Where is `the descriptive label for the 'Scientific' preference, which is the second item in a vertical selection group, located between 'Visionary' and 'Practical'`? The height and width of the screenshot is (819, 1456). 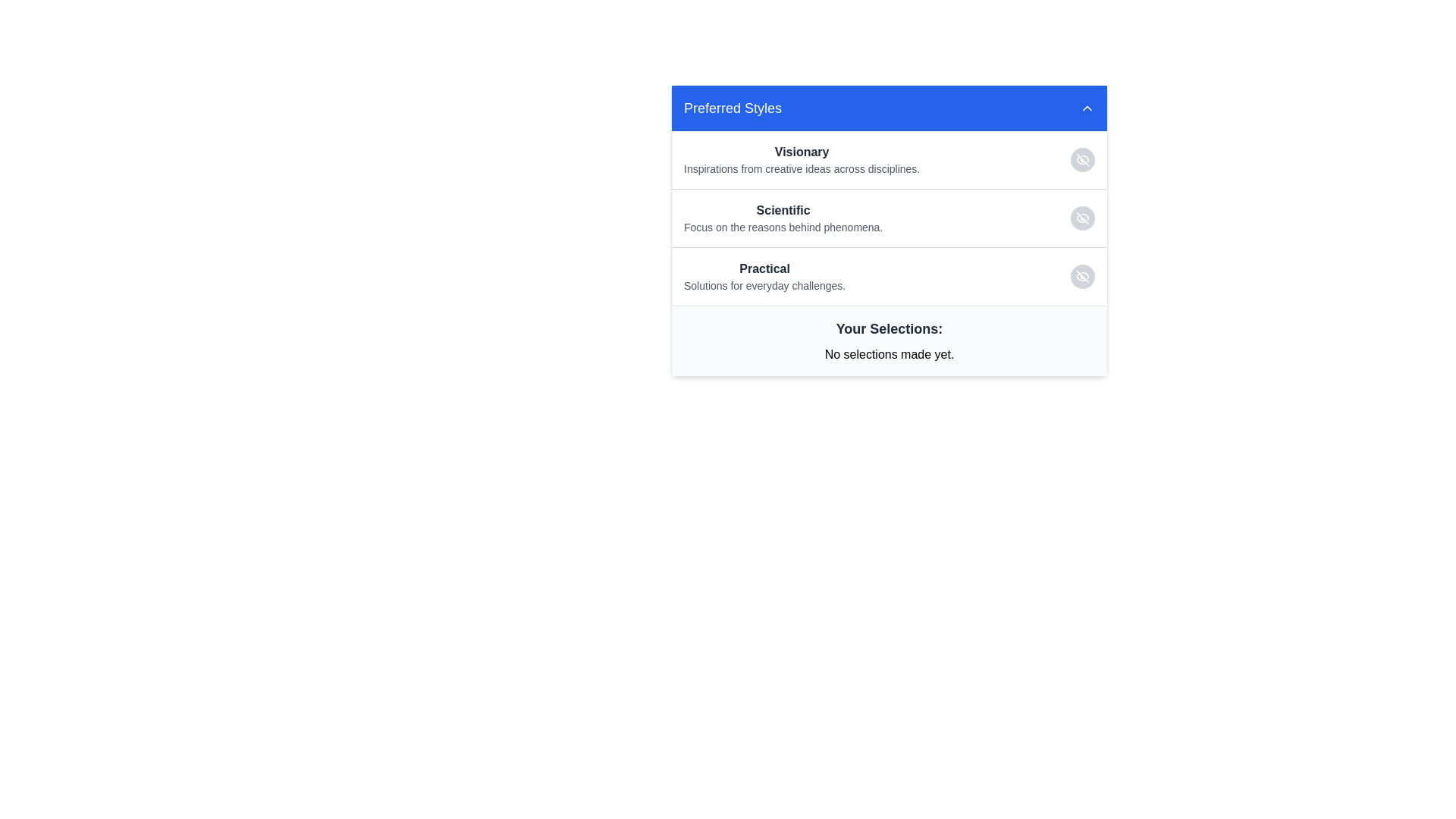 the descriptive label for the 'Scientific' preference, which is the second item in a vertical selection group, located between 'Visionary' and 'Practical' is located at coordinates (783, 218).